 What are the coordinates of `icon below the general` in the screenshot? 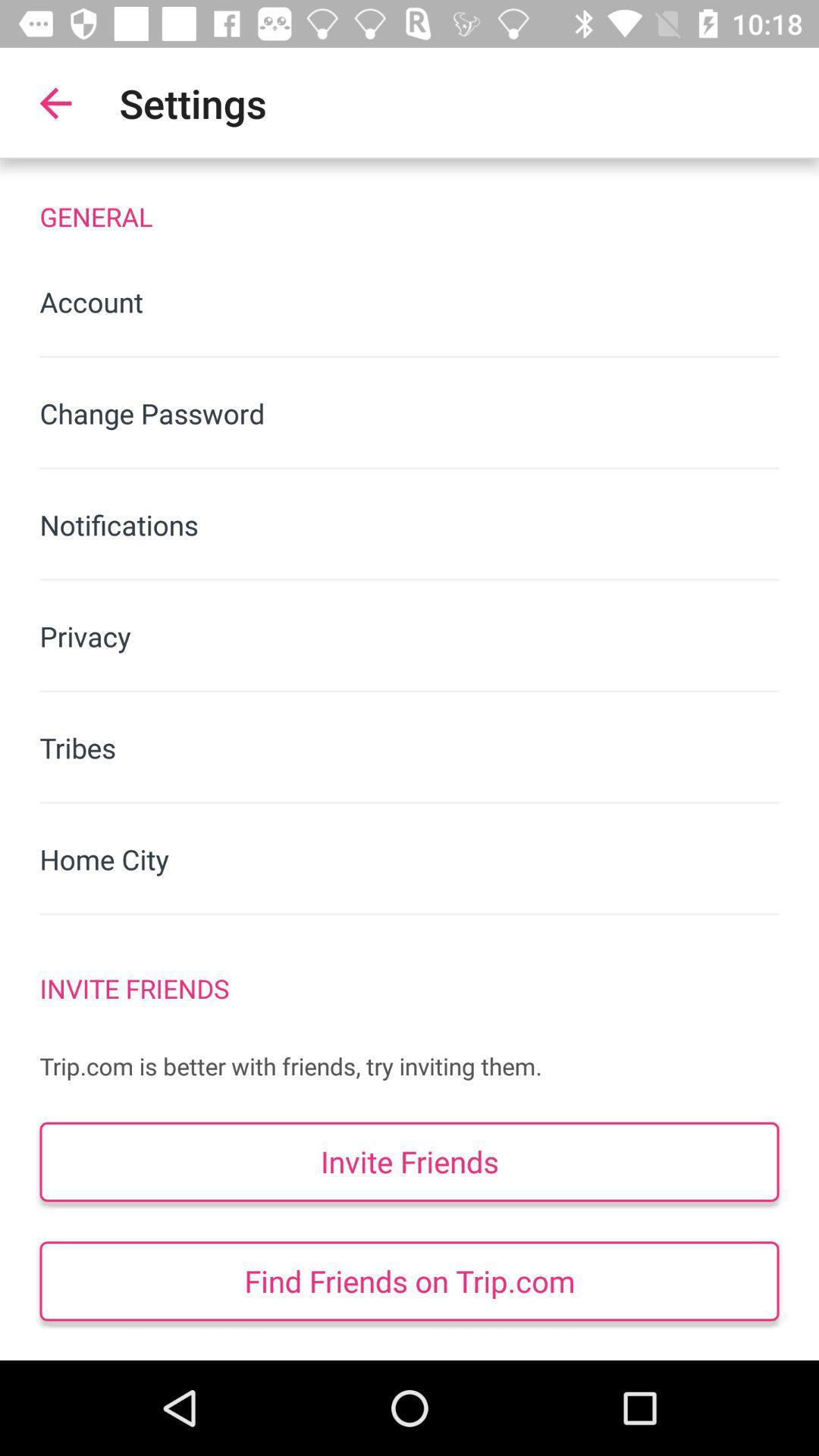 It's located at (409, 302).